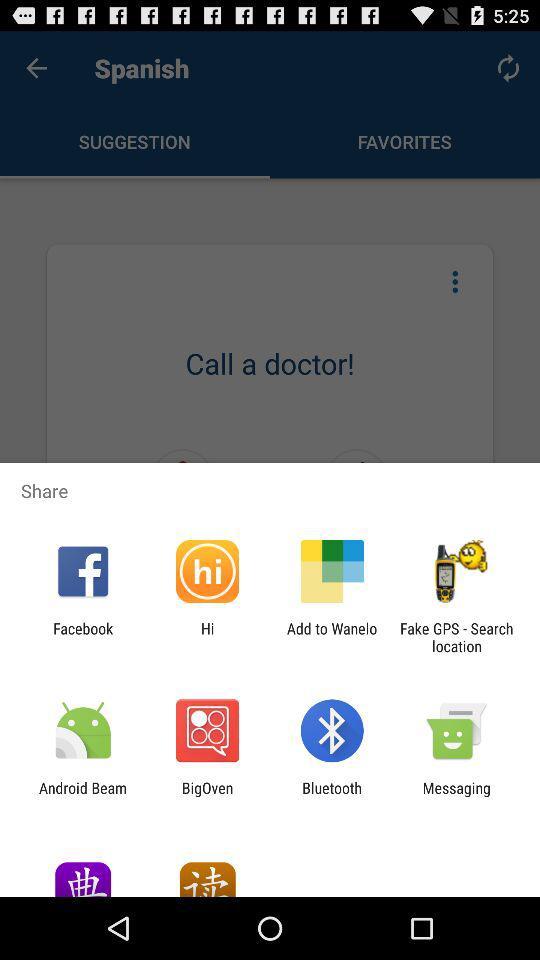  What do you see at coordinates (332, 636) in the screenshot?
I see `app to the left of the fake gps search app` at bounding box center [332, 636].